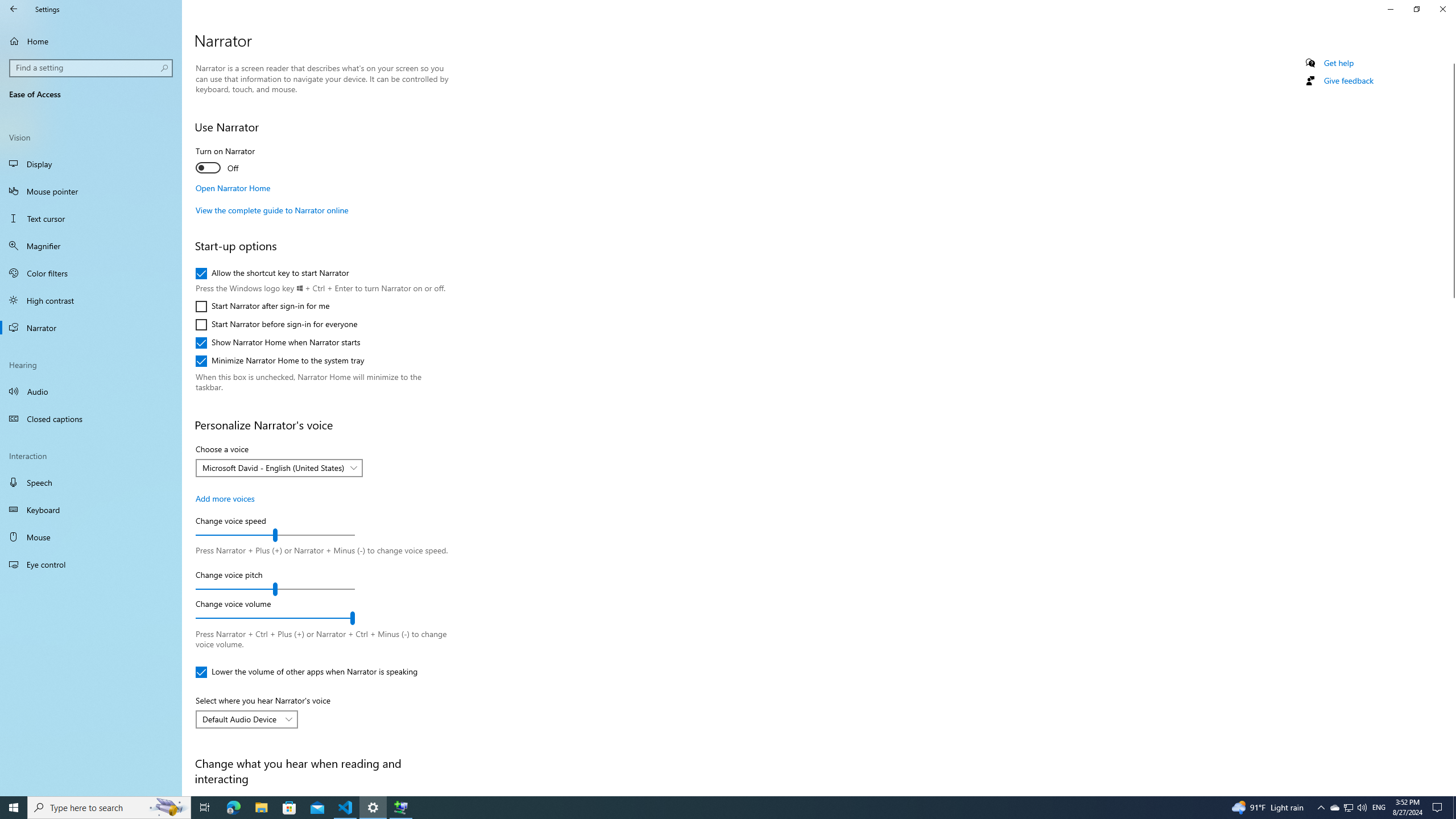  Describe the element at coordinates (276, 324) in the screenshot. I see `'Start Narrator before sign-in for everyone'` at that location.